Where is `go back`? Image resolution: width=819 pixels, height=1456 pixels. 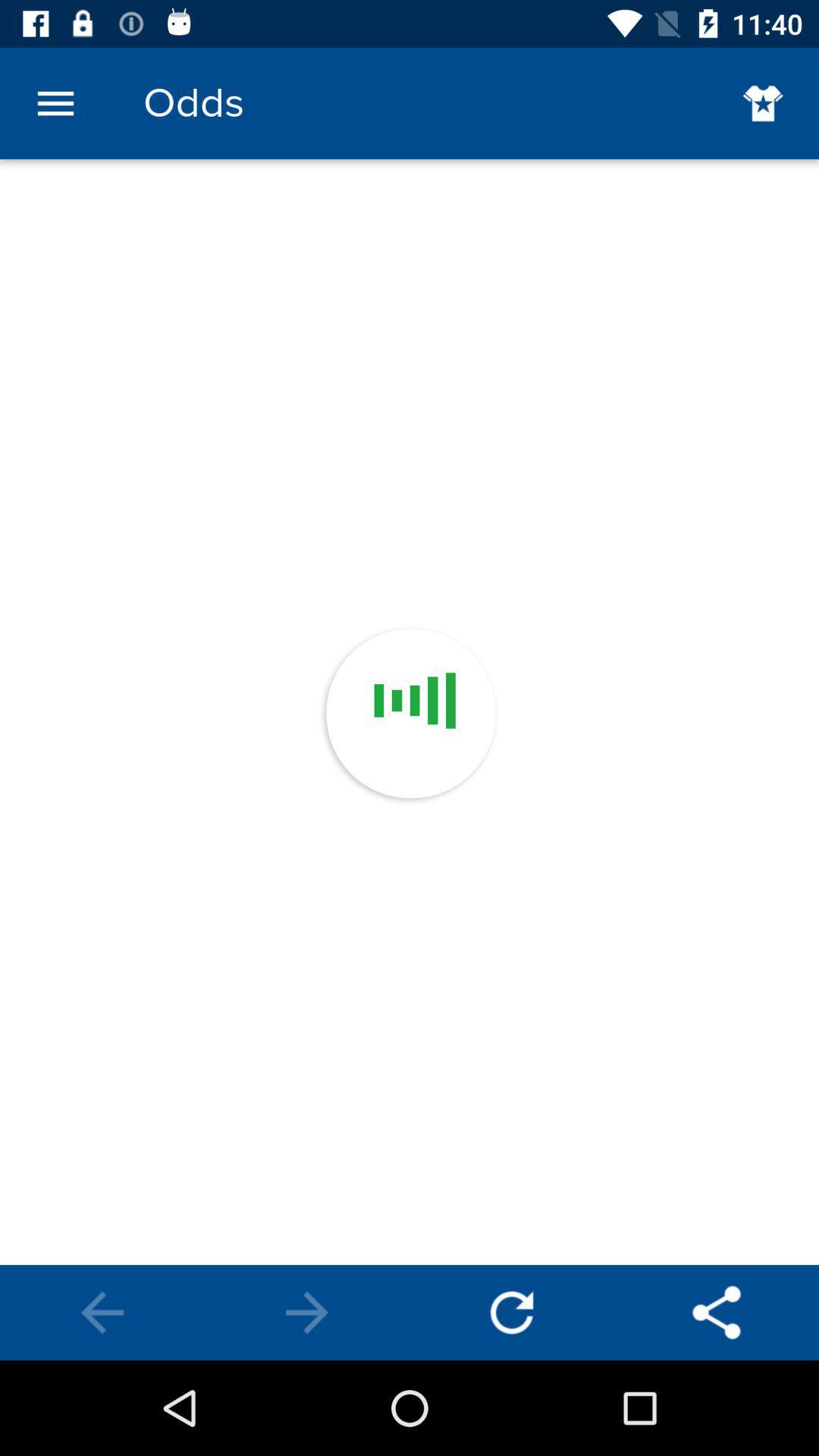
go back is located at coordinates (512, 1312).